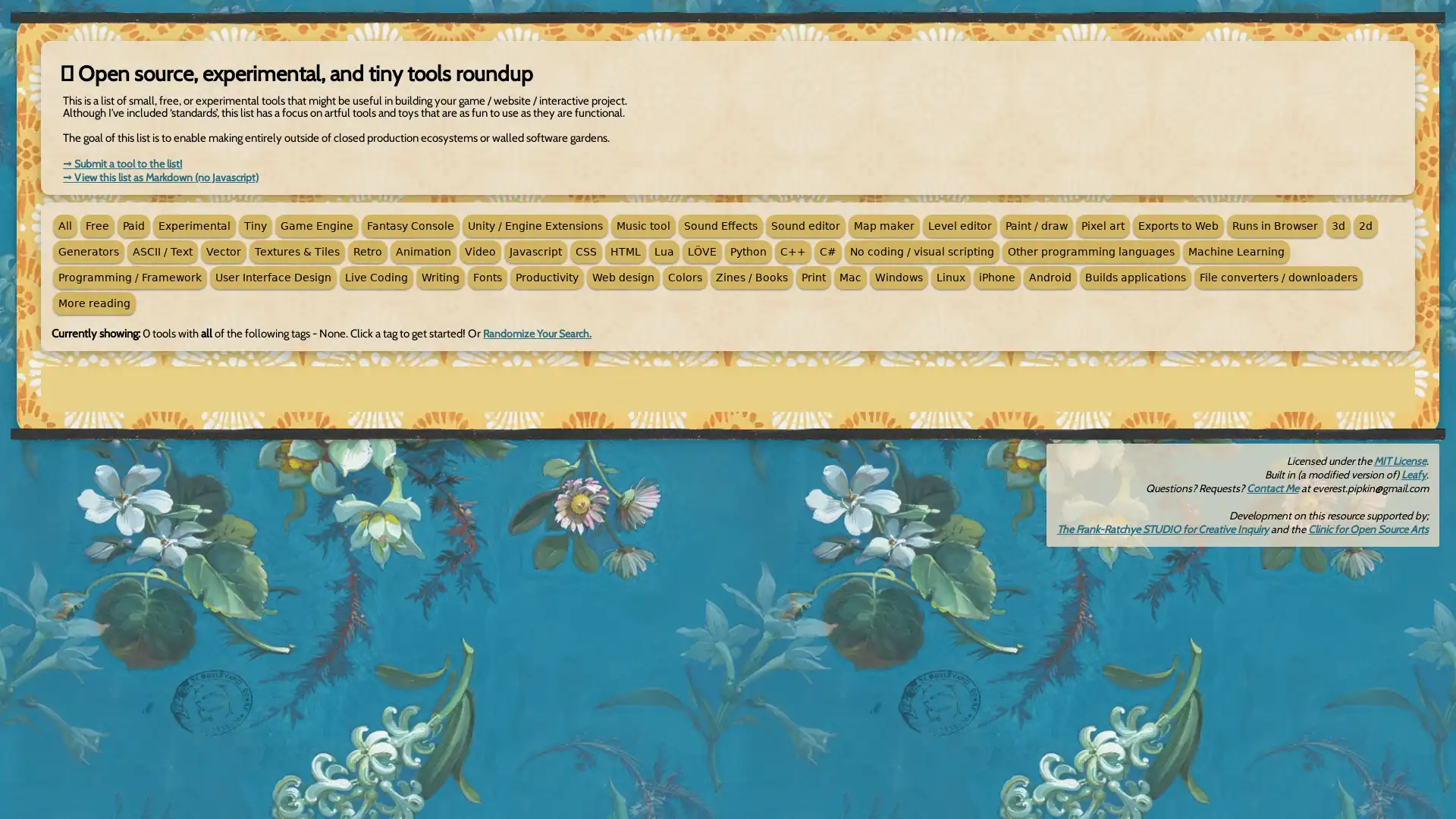 Image resolution: width=1456 pixels, height=819 pixels. What do you see at coordinates (376, 278) in the screenshot?
I see `Live Coding` at bounding box center [376, 278].